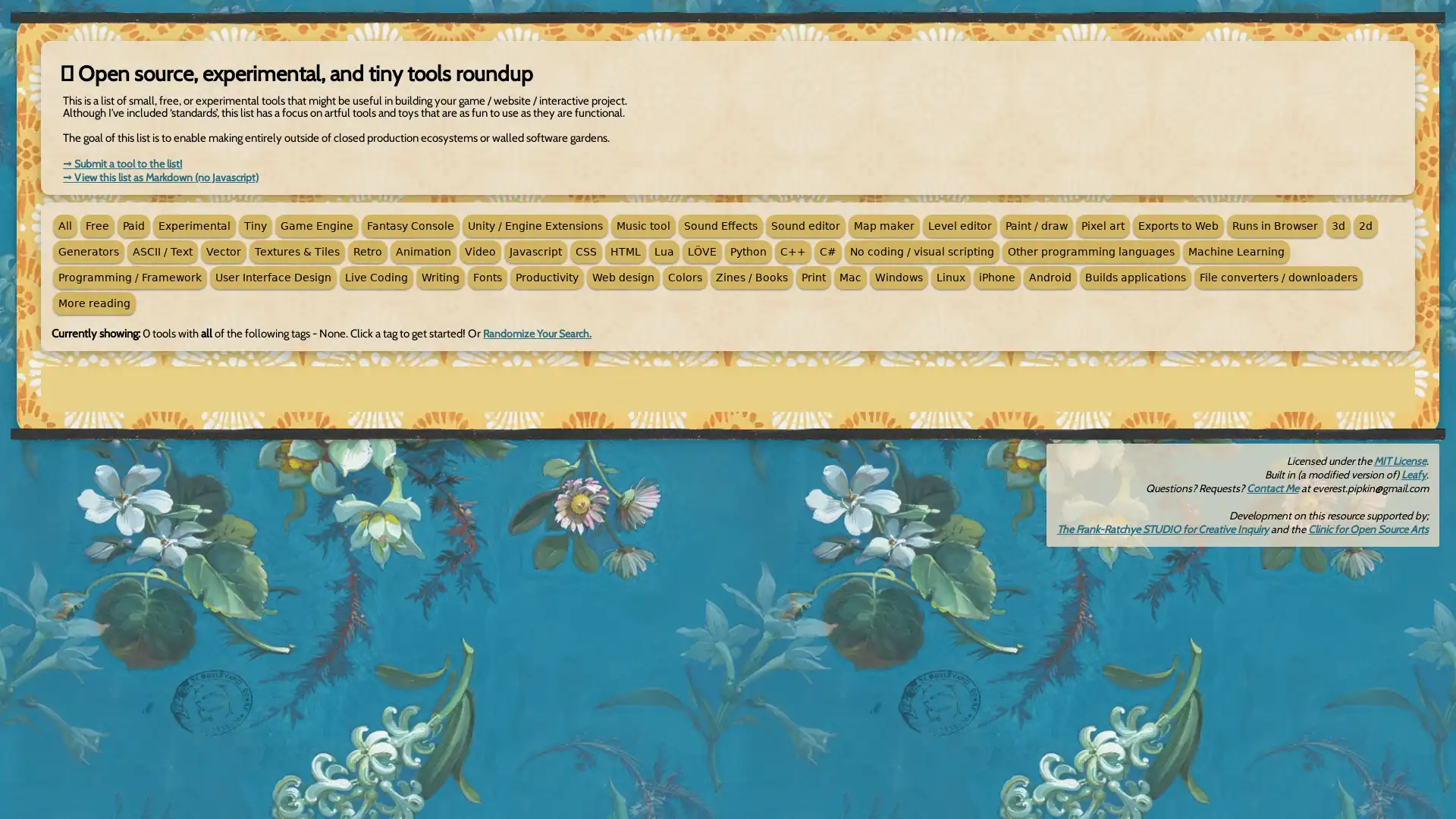 Image resolution: width=1456 pixels, height=819 pixels. What do you see at coordinates (376, 278) in the screenshot?
I see `Live Coding` at bounding box center [376, 278].